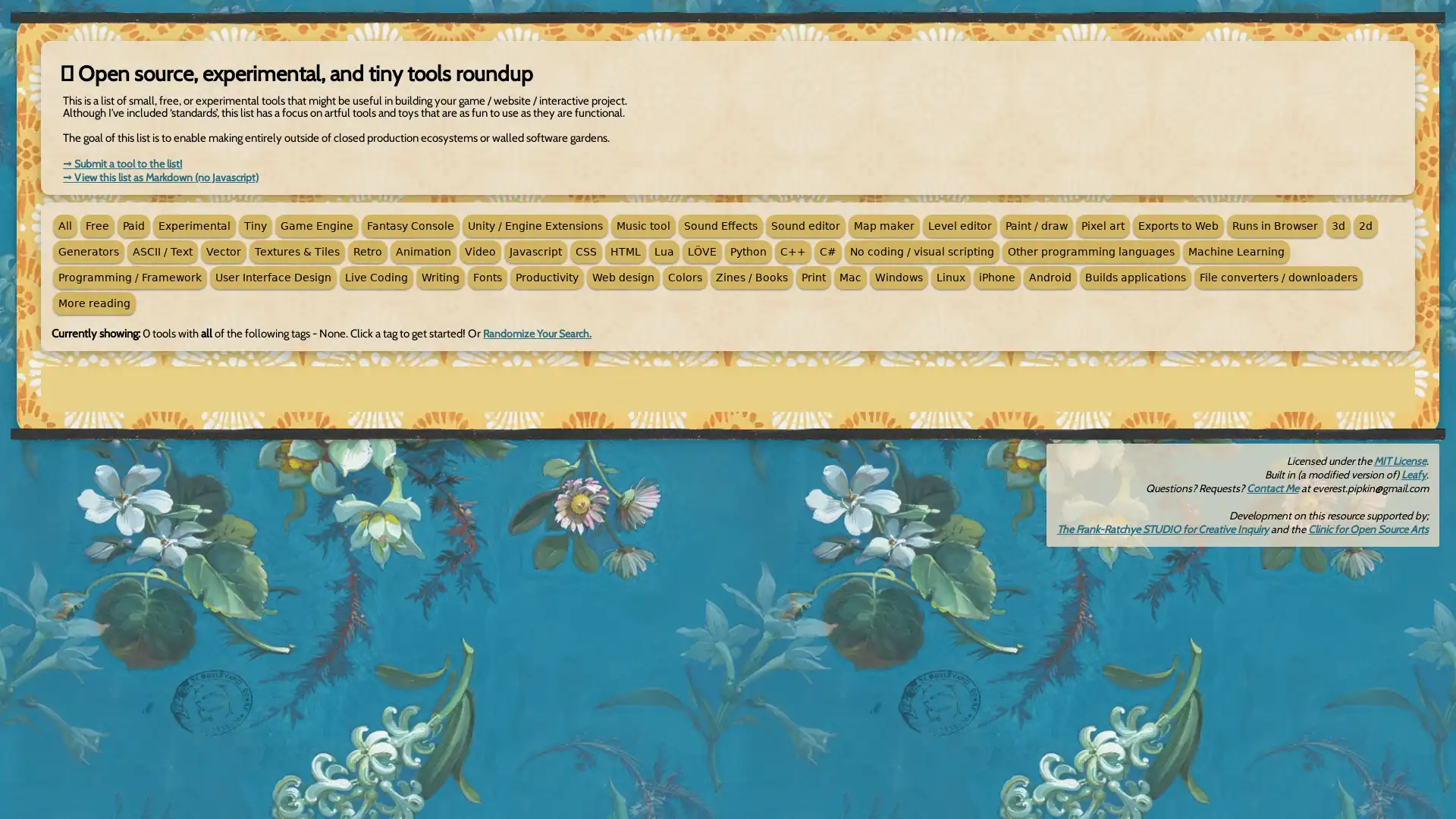 Image resolution: width=1456 pixels, height=819 pixels. What do you see at coordinates (376, 278) in the screenshot?
I see `Live Coding` at bounding box center [376, 278].